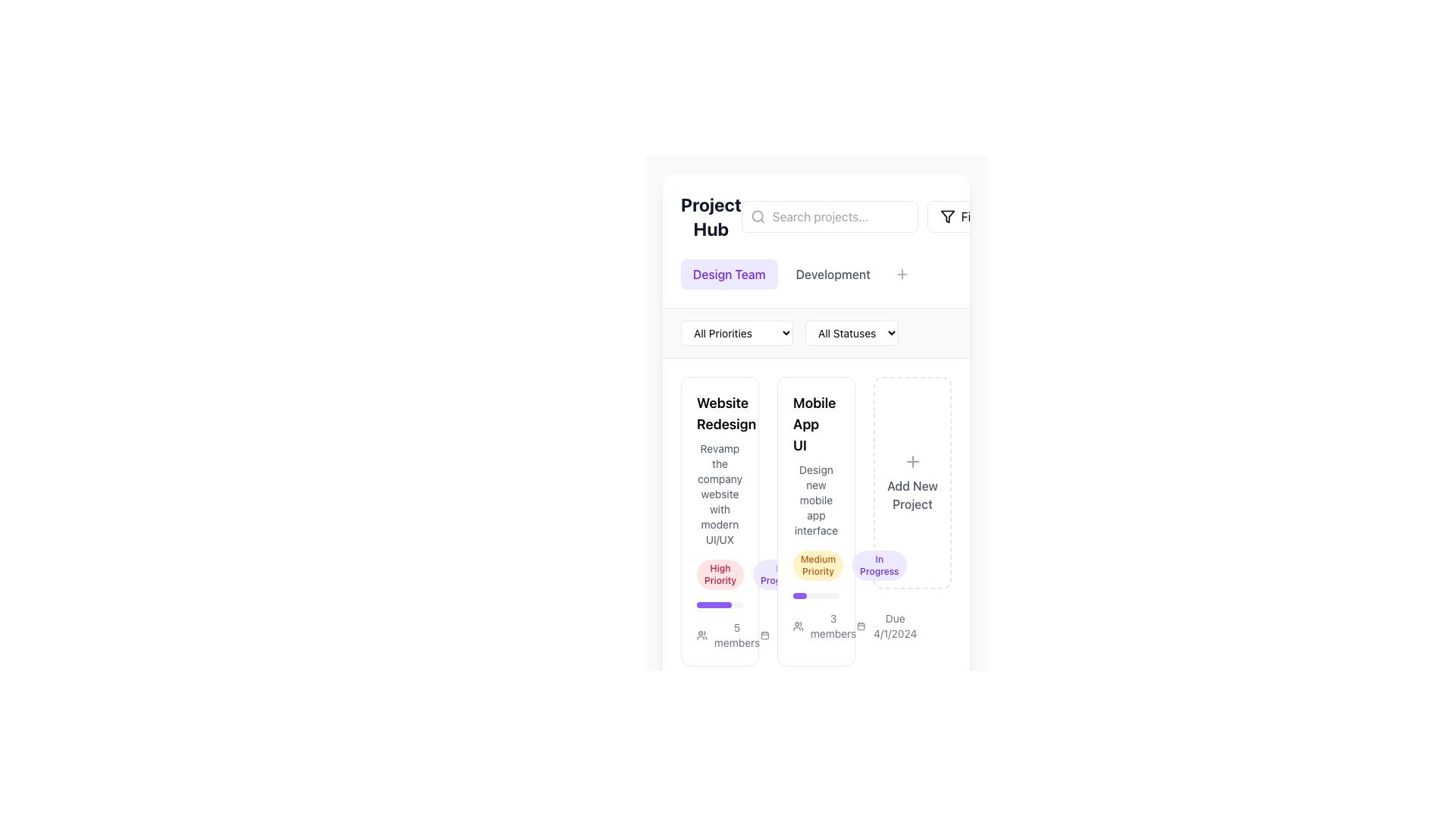  What do you see at coordinates (815, 275) in the screenshot?
I see `the 'Development' button, which is a rectangular button with gray text, located centrally among a group of buttons` at bounding box center [815, 275].